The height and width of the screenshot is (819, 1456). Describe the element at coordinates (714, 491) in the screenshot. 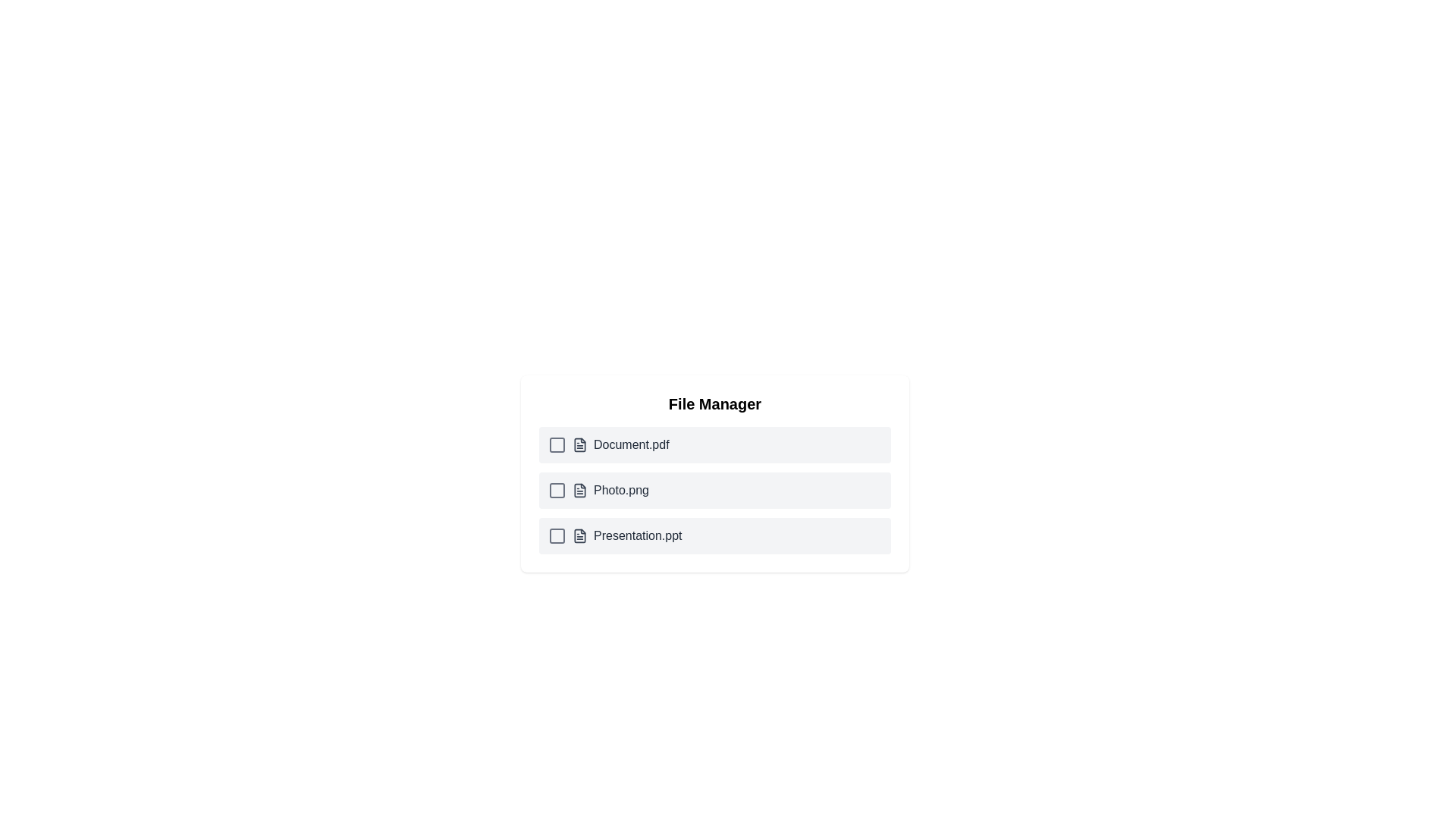

I see `the List item labeled 'Photo.png' in the File Manager` at that location.